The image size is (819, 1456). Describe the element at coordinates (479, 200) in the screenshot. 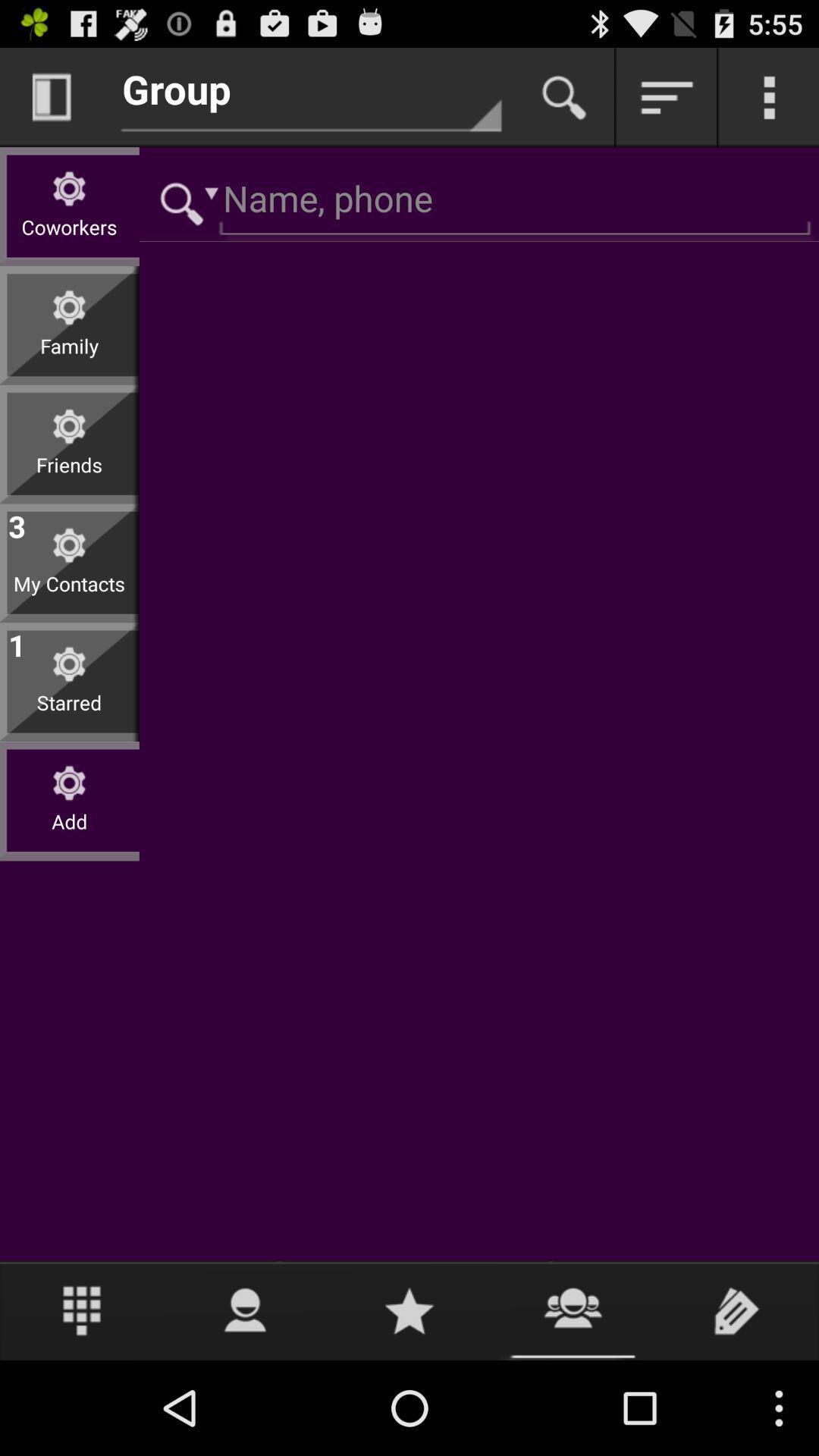

I see `search name or phone` at that location.